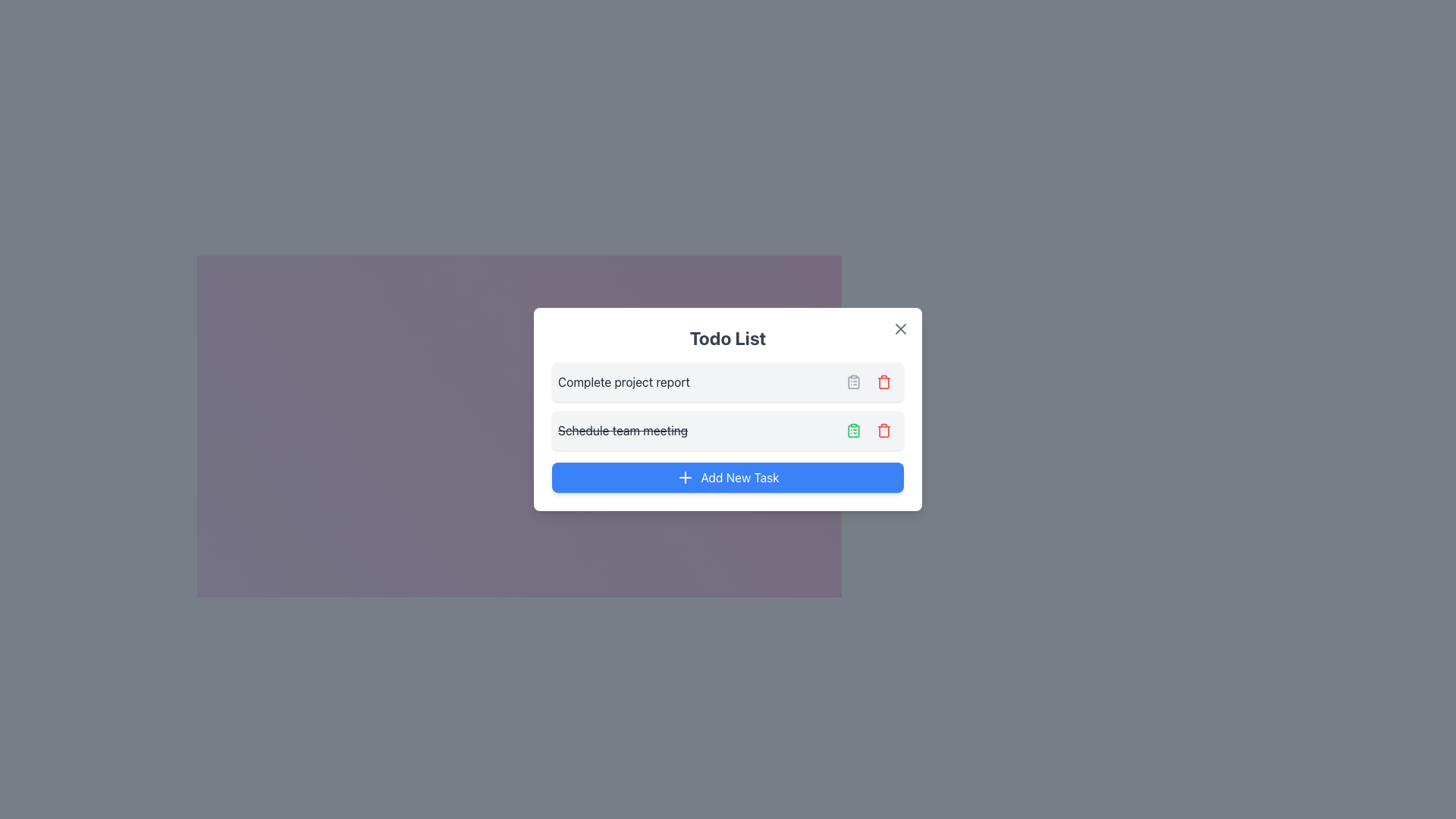 Image resolution: width=1456 pixels, height=819 pixels. Describe the element at coordinates (854, 381) in the screenshot. I see `the clipboard icon button located to the left of the red trash can icon in the task list item 'Complete project report'` at that location.